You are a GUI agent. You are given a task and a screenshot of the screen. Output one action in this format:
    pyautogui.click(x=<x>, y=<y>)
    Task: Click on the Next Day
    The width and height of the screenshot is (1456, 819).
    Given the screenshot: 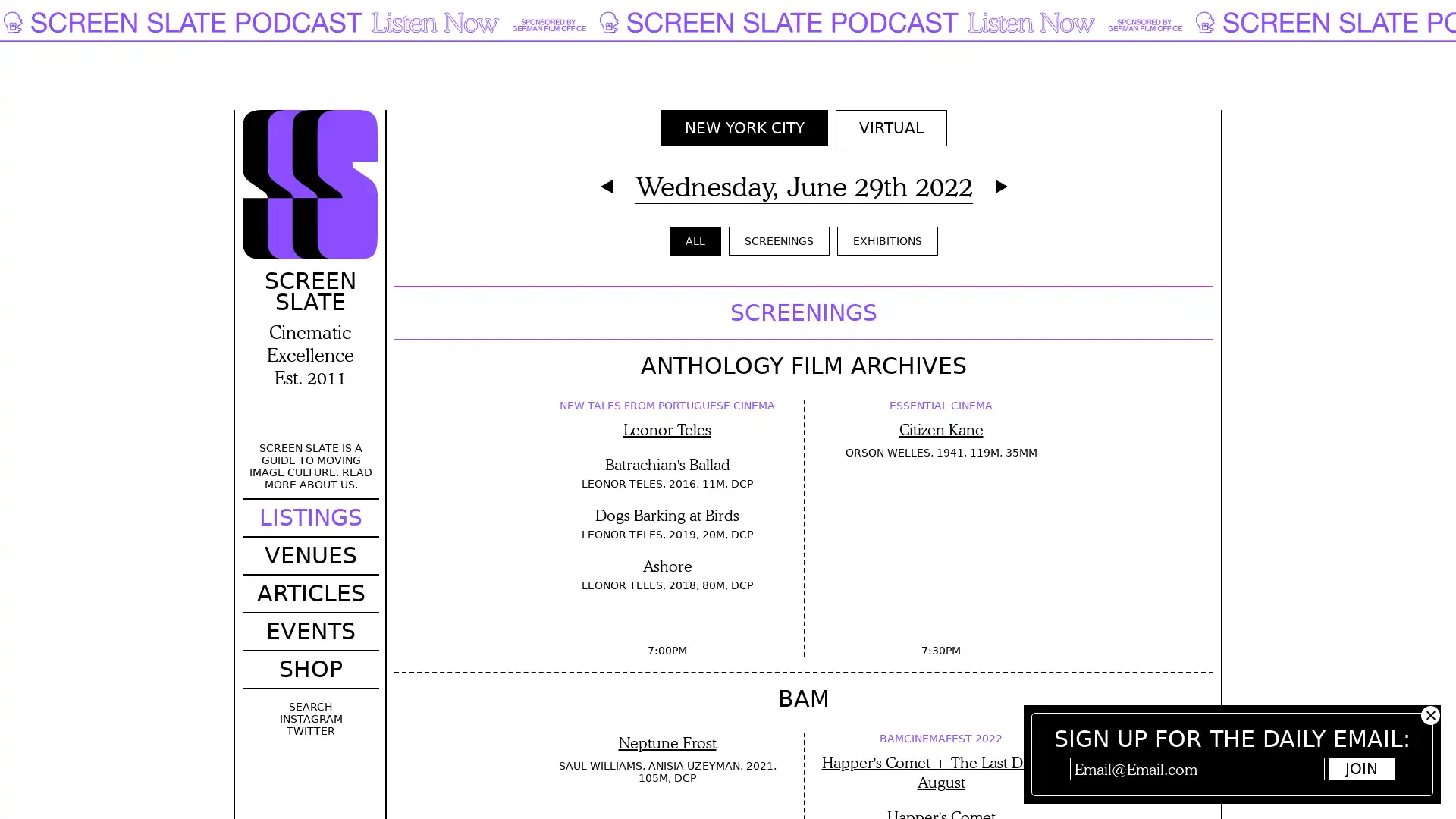 What is the action you would take?
    pyautogui.click(x=1001, y=186)
    